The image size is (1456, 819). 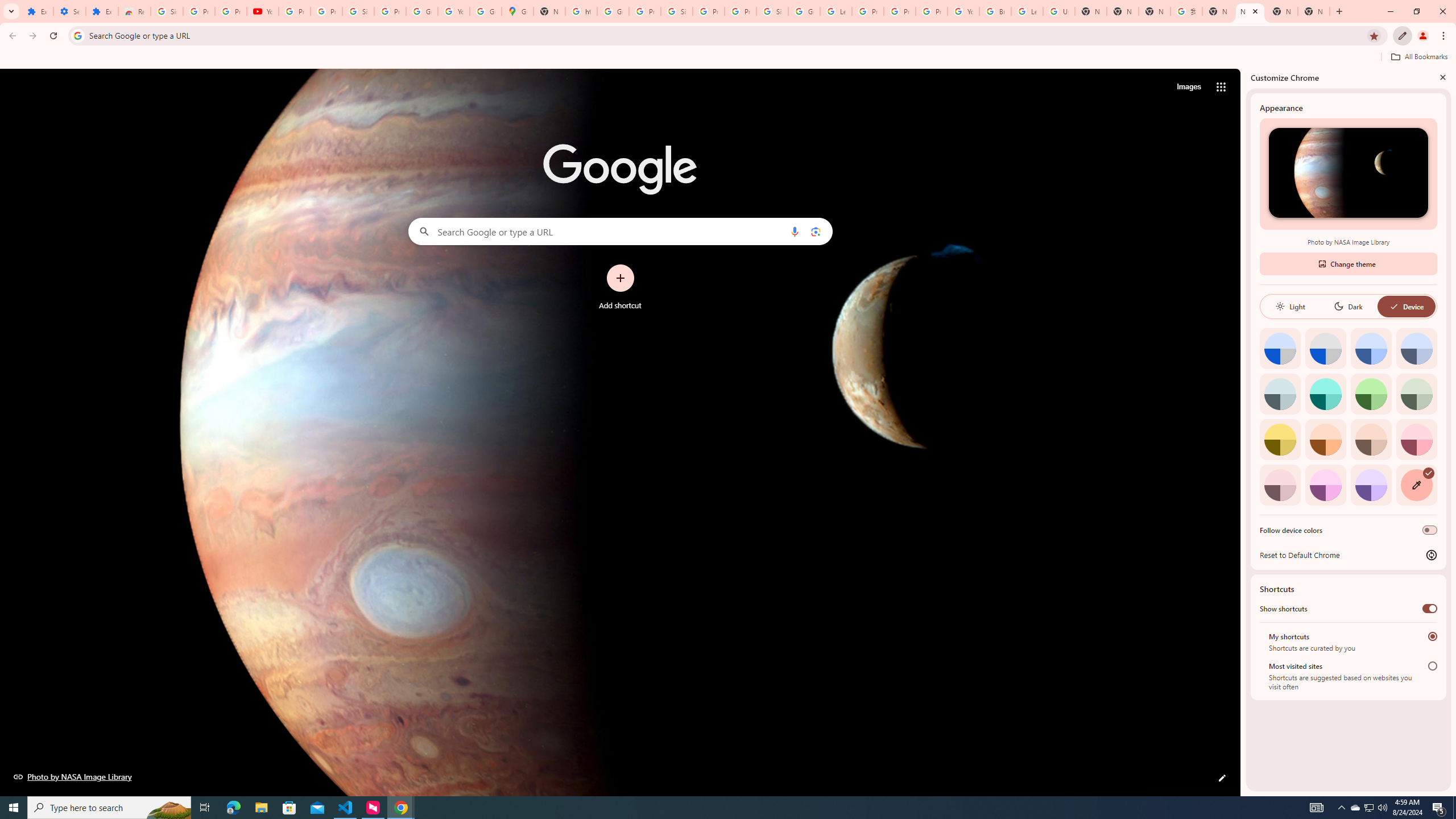 What do you see at coordinates (37, 11) in the screenshot?
I see `'Extensions'` at bounding box center [37, 11].